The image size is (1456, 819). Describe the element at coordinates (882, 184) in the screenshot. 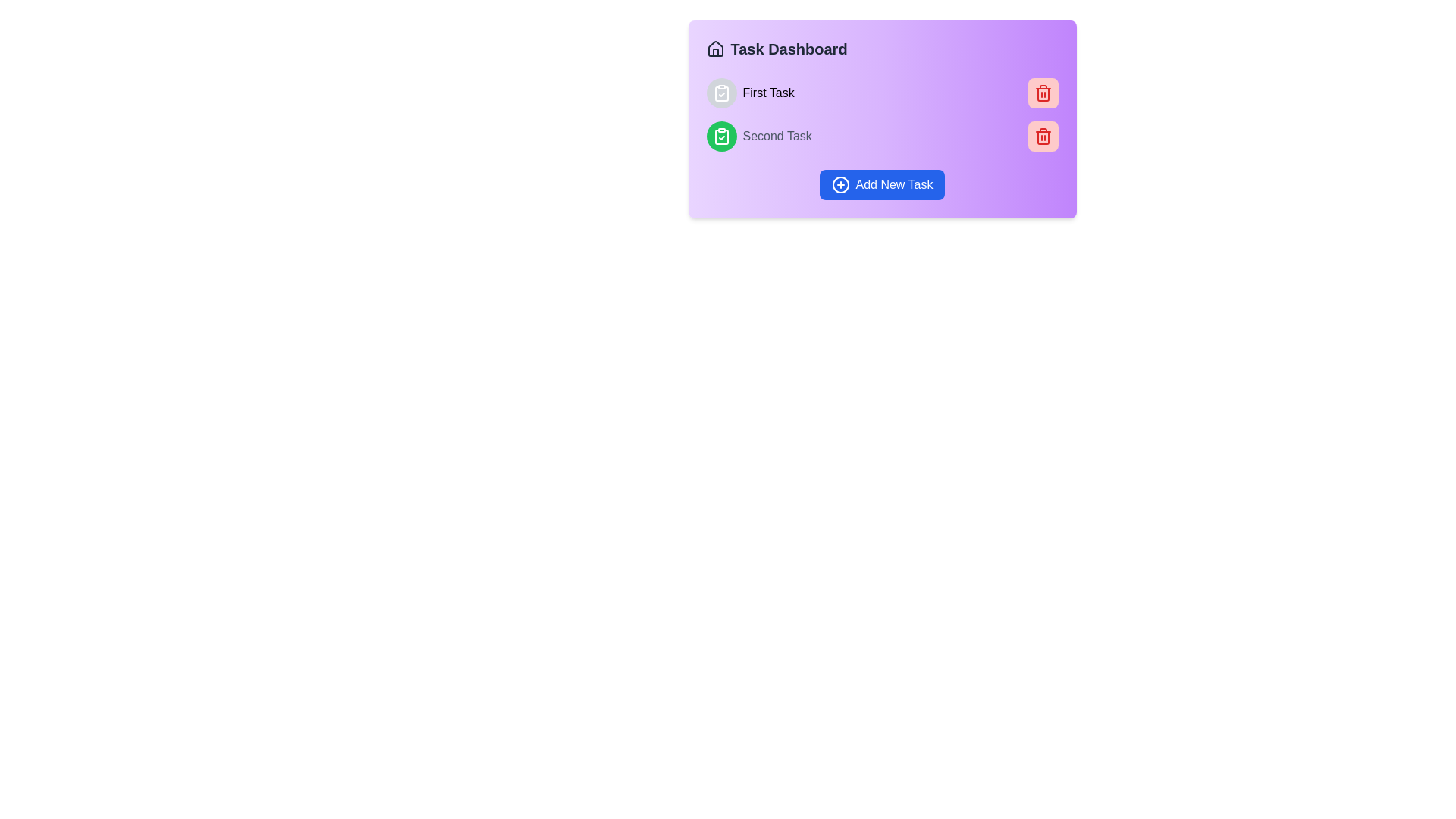

I see `the rectangular button with a blue background and white text that reads 'Add New Task'` at that location.